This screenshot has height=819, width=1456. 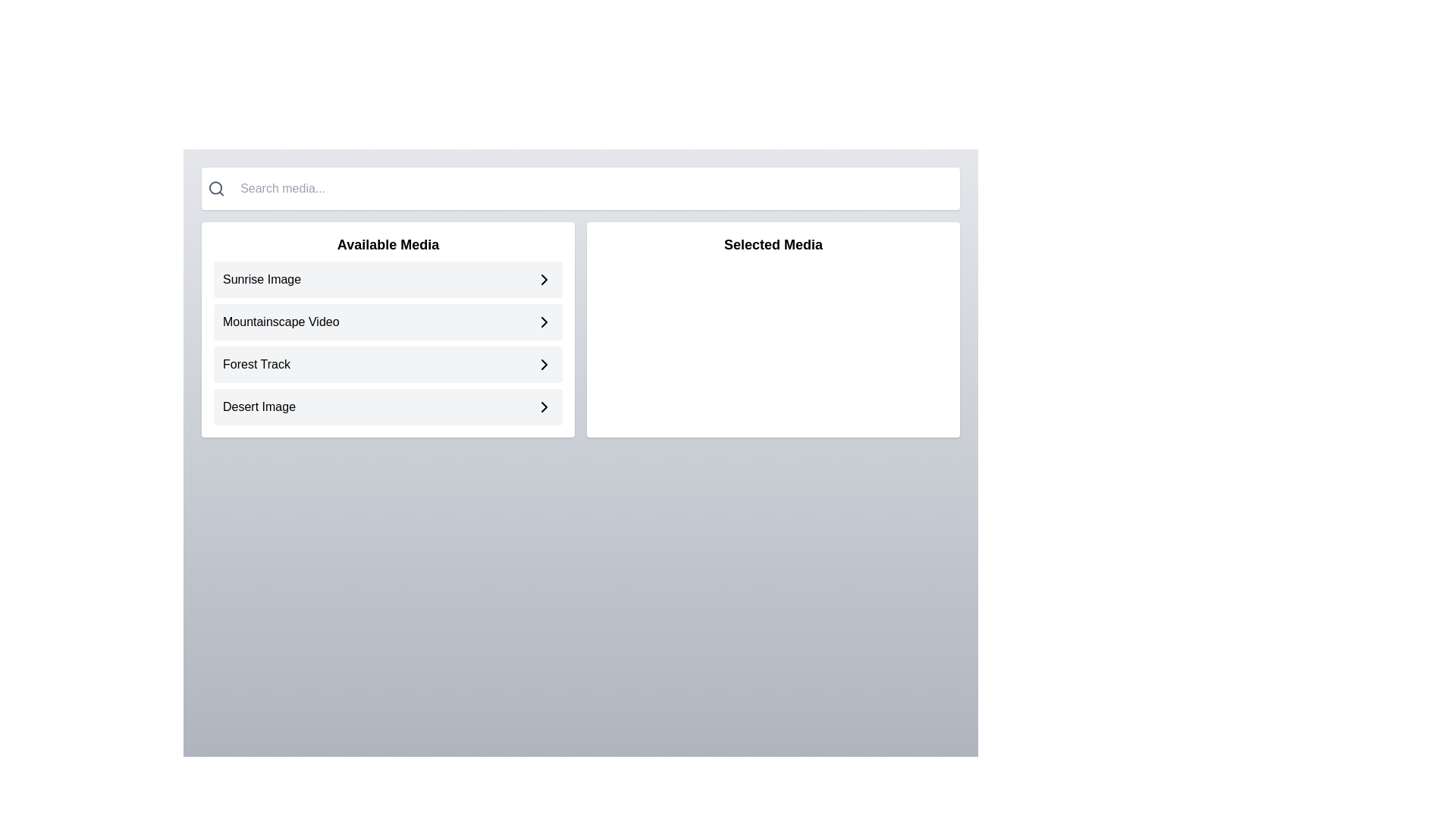 I want to click on the graphical icon that is part of the search button located at the top-left corner of the search bar, adjacent to the textual search input field, so click(x=215, y=187).